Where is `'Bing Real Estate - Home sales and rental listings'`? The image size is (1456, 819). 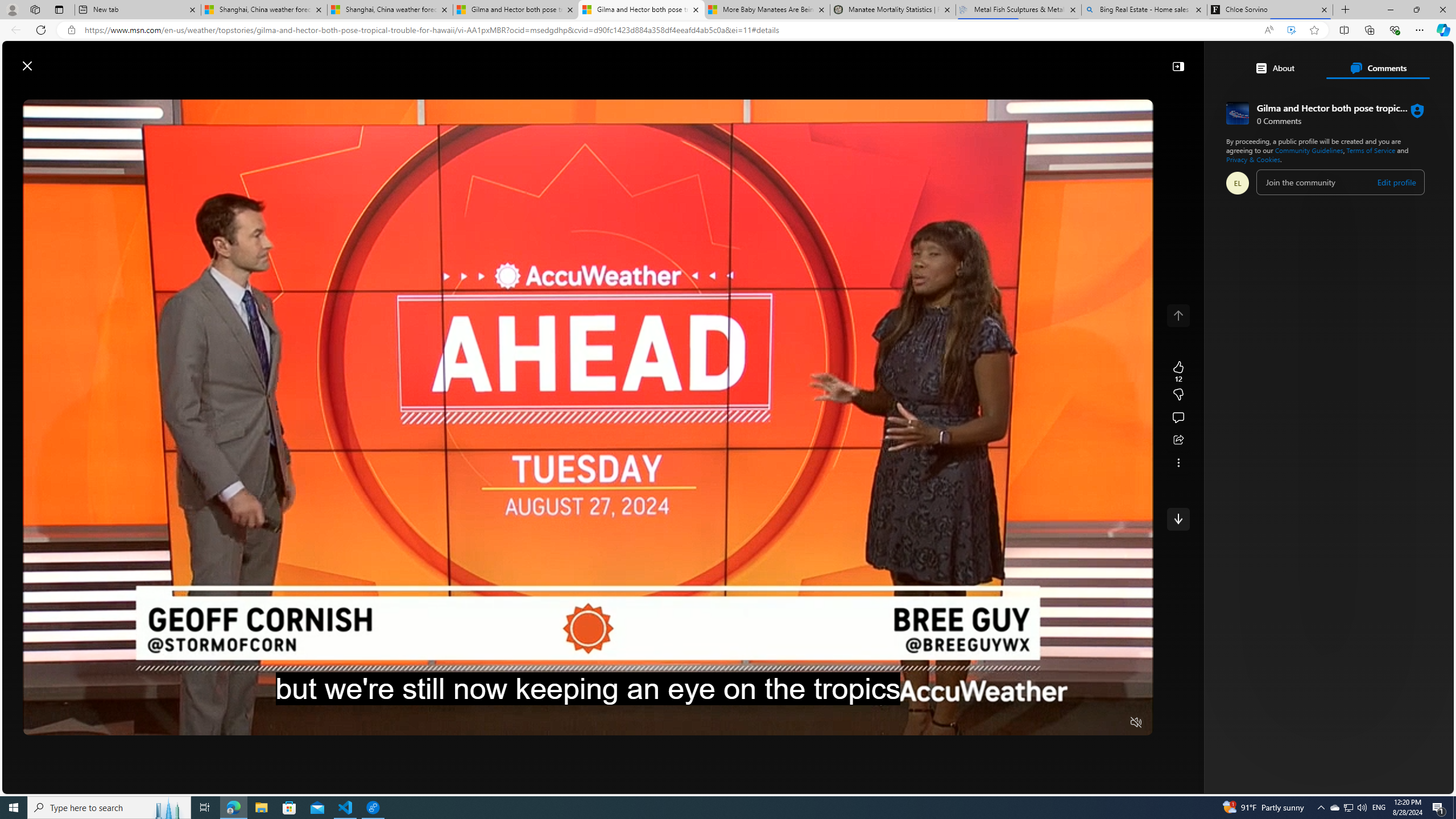
'Bing Real Estate - Home sales and rental listings' is located at coordinates (1143, 9).